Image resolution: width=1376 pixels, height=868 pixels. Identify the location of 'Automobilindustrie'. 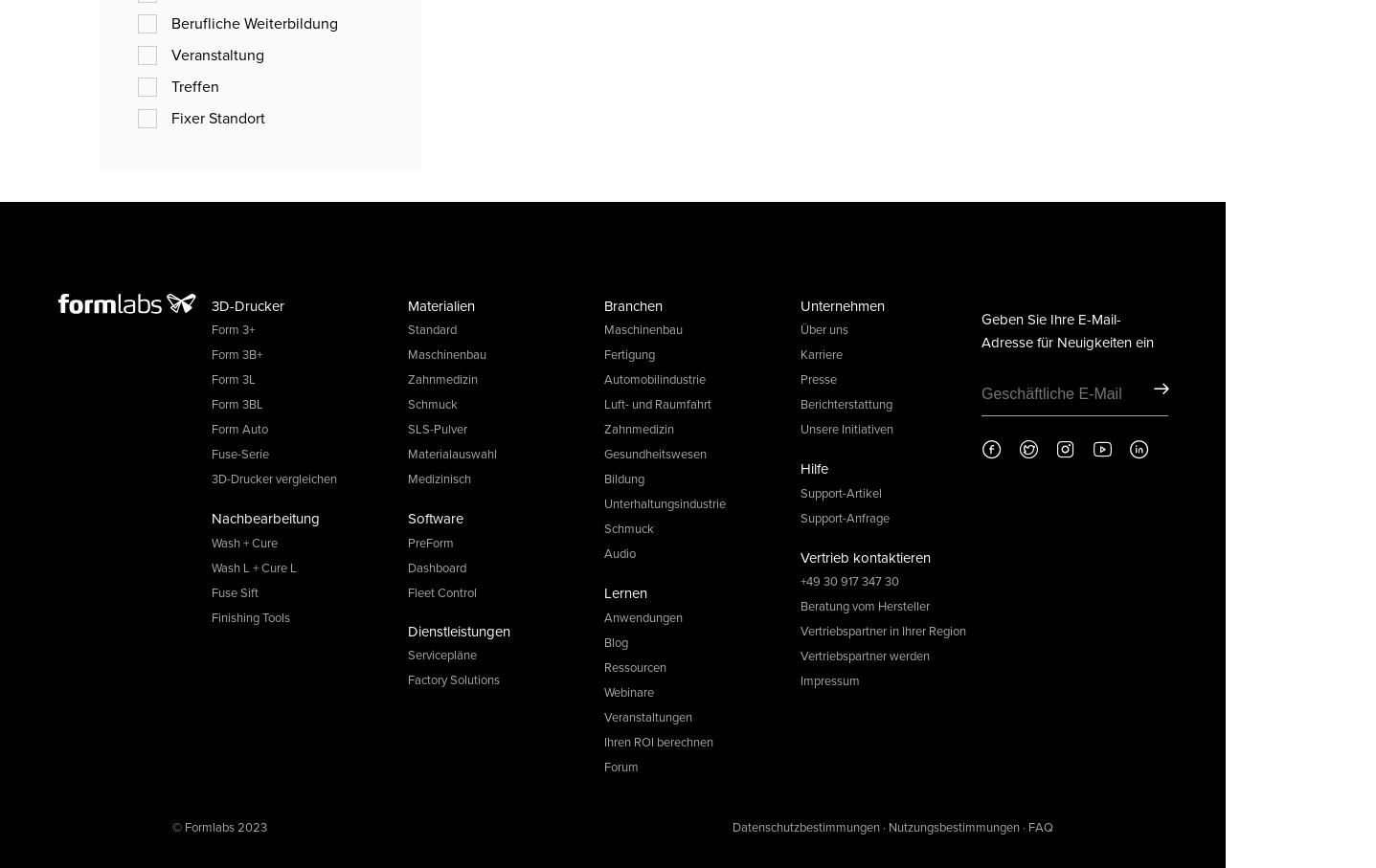
(654, 379).